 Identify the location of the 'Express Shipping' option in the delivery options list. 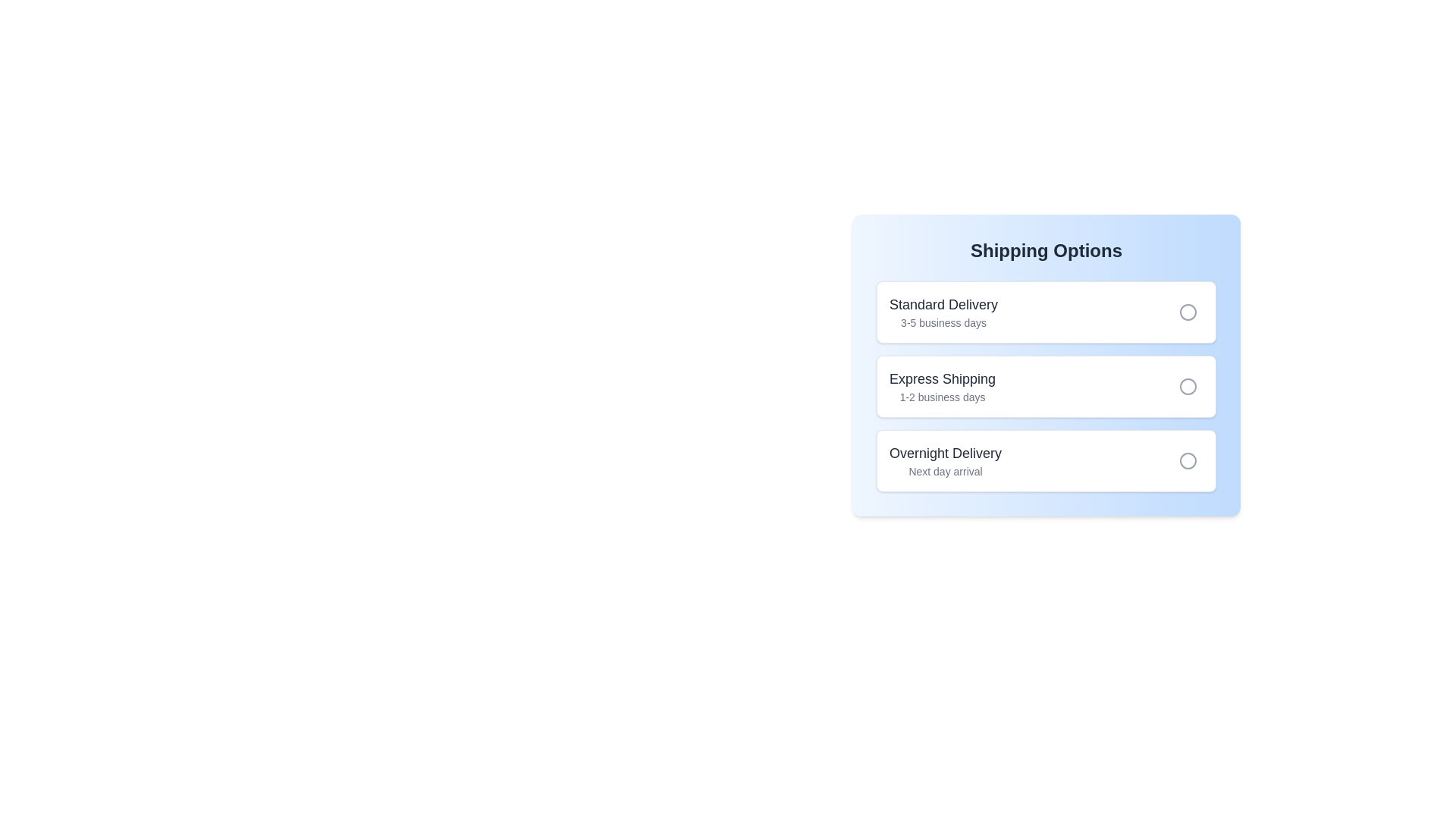
(1046, 372).